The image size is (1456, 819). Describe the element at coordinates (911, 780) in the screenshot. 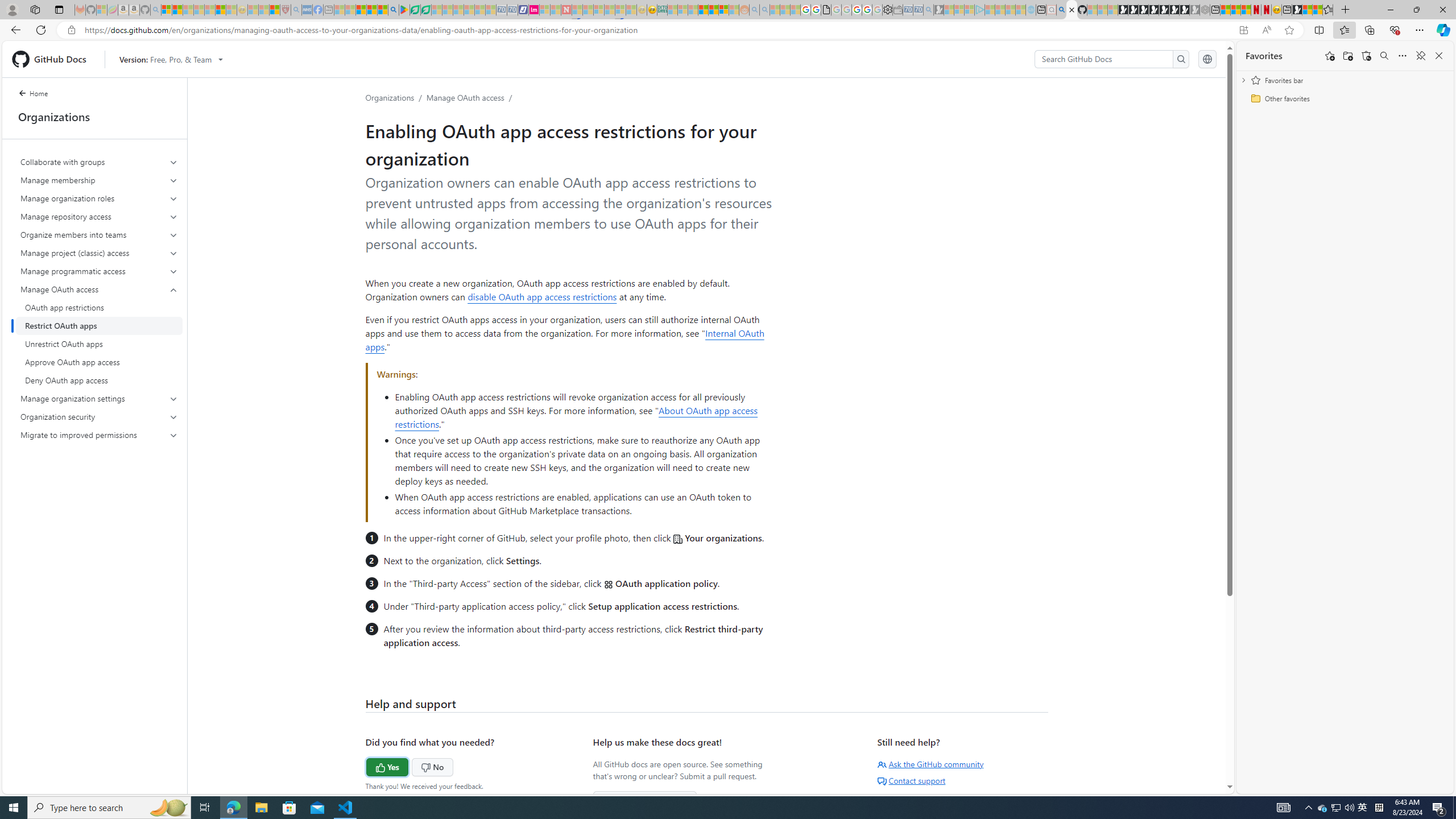

I see `'Contact support'` at that location.